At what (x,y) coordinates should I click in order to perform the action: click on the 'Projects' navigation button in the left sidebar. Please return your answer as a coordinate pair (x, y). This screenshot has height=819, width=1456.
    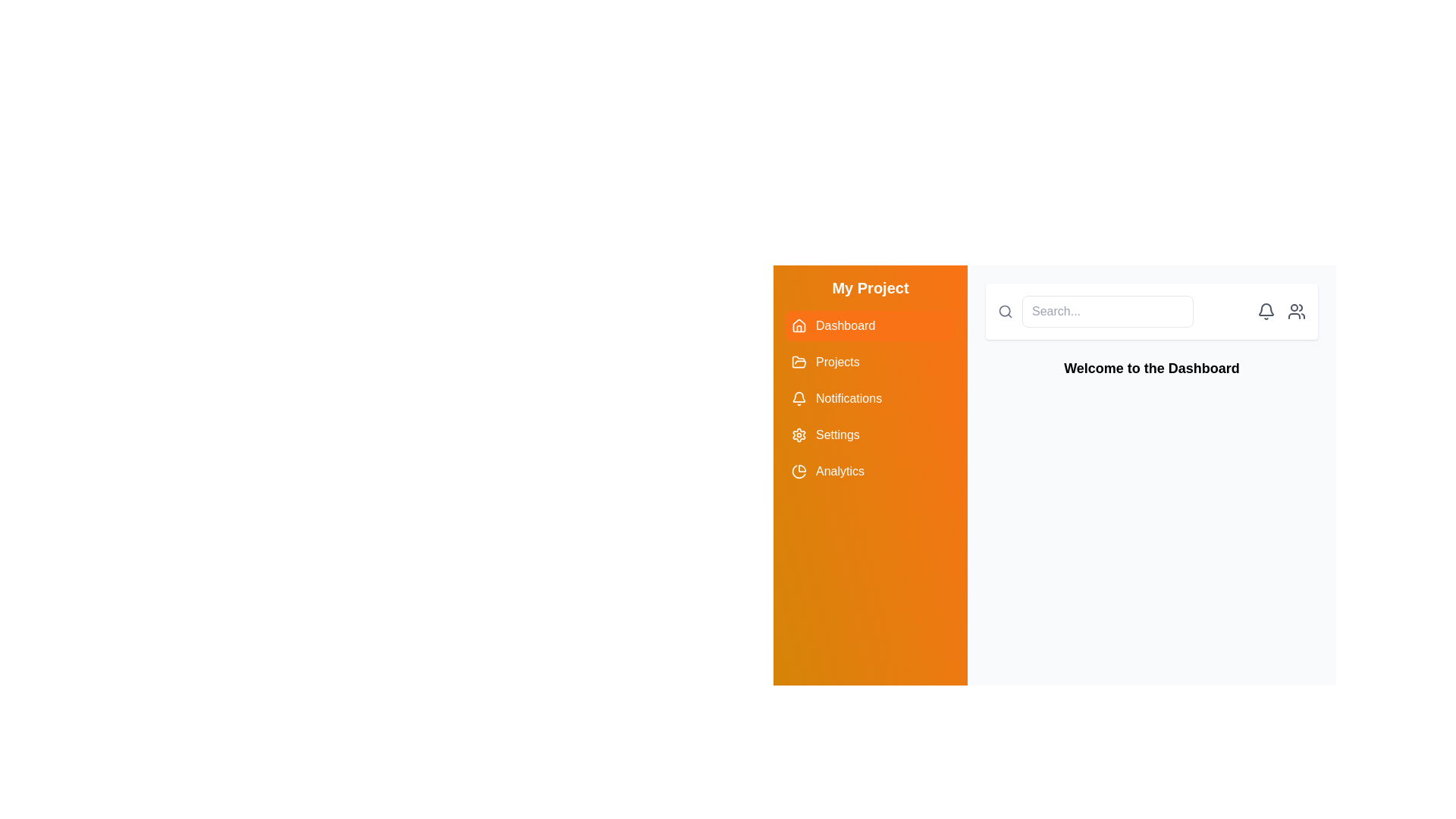
    Looking at the image, I should click on (870, 362).